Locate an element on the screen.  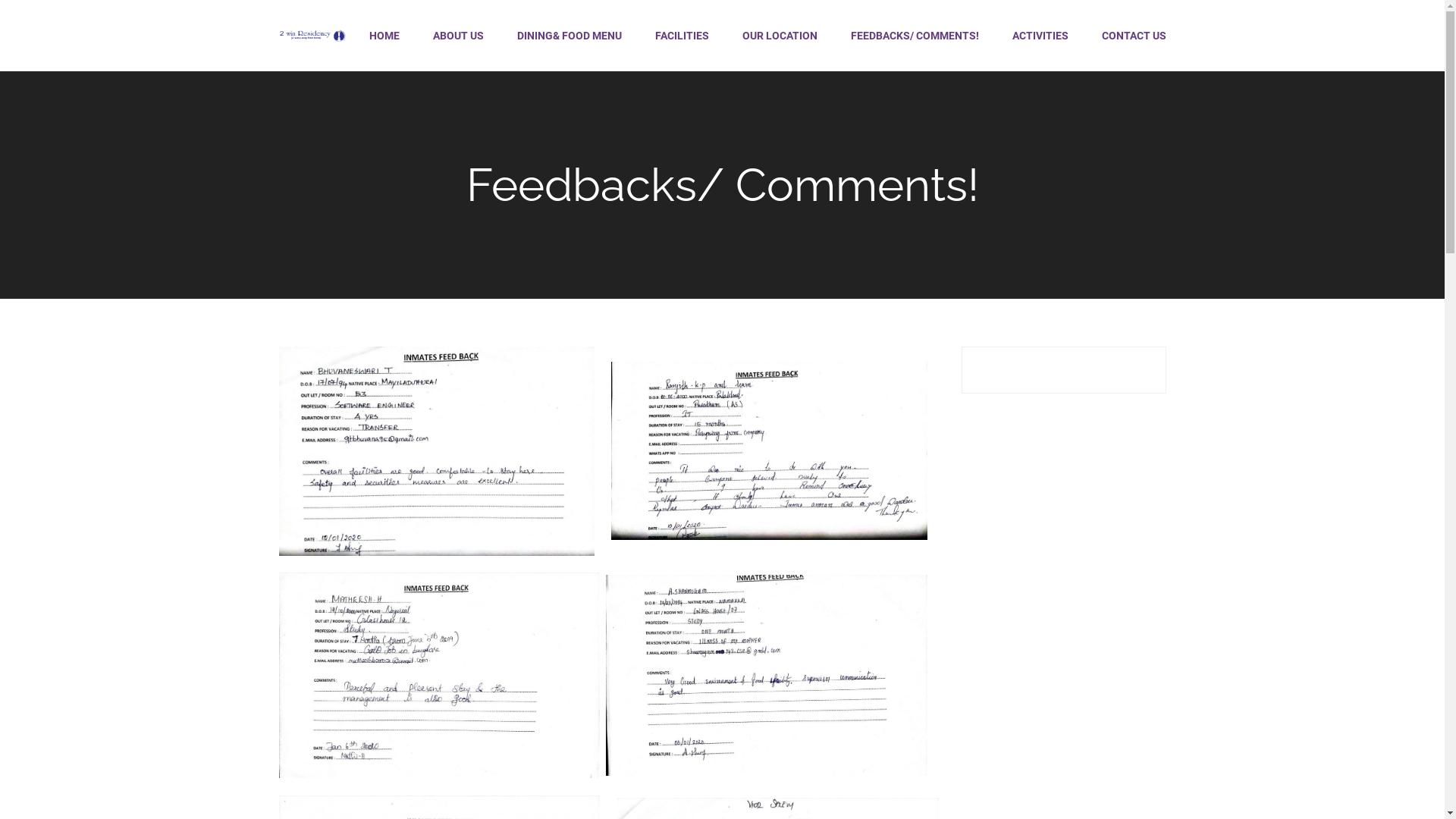
'FACILITIES' is located at coordinates (681, 38).